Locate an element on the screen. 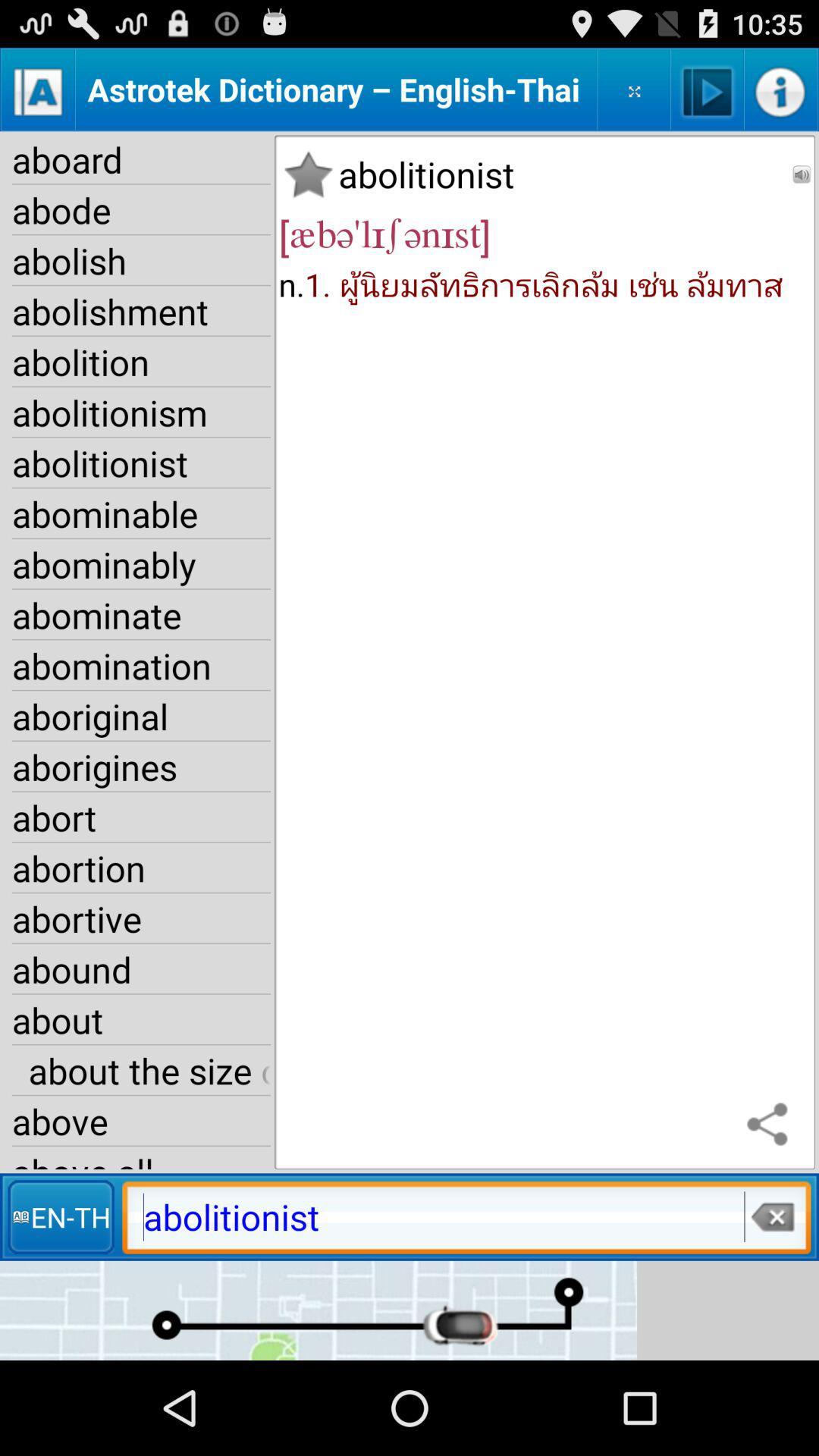  the volume icon is located at coordinates (801, 186).